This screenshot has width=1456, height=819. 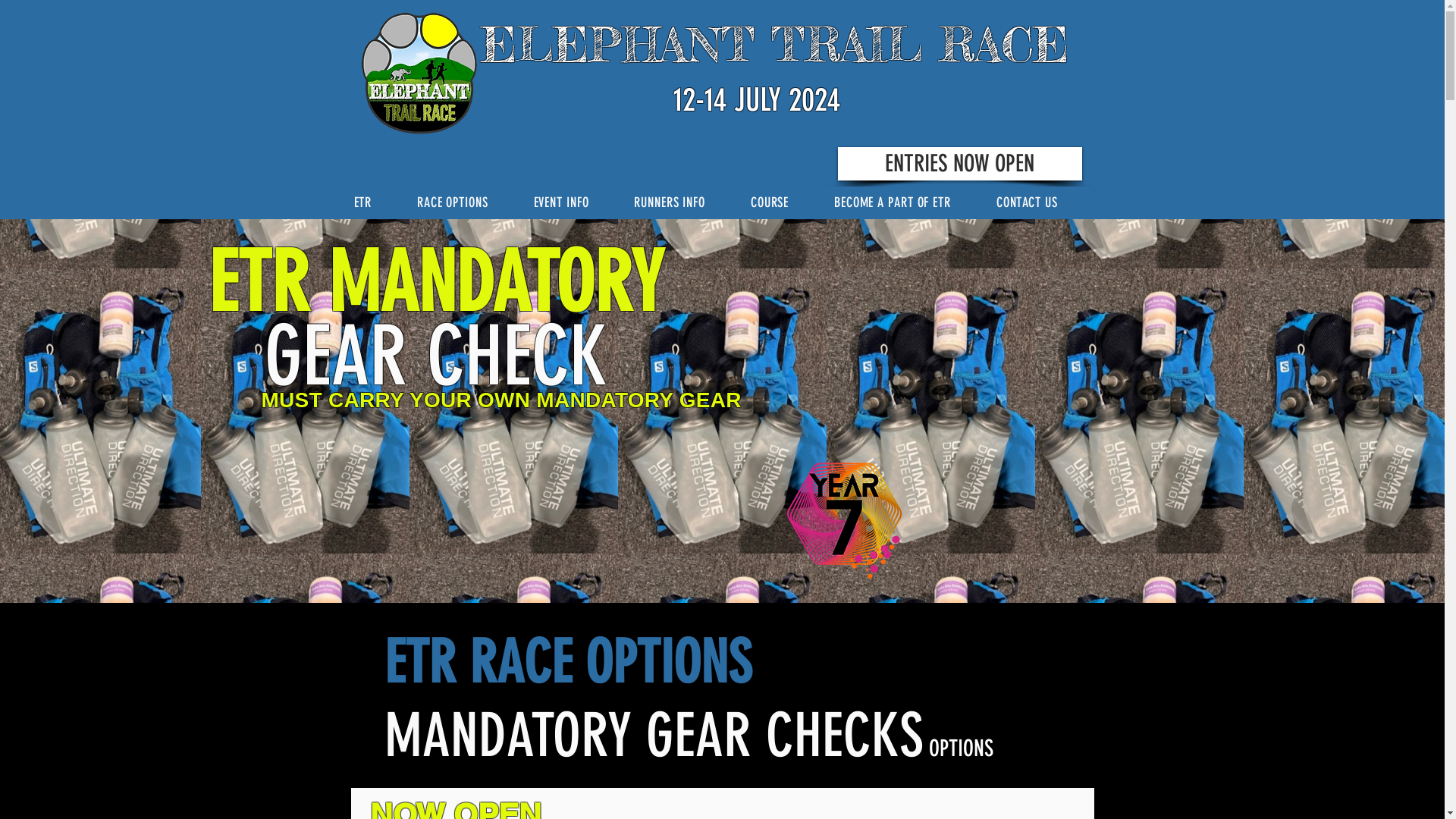 What do you see at coordinates (959, 164) in the screenshot?
I see `'ENTRIES NOW OPEN'` at bounding box center [959, 164].